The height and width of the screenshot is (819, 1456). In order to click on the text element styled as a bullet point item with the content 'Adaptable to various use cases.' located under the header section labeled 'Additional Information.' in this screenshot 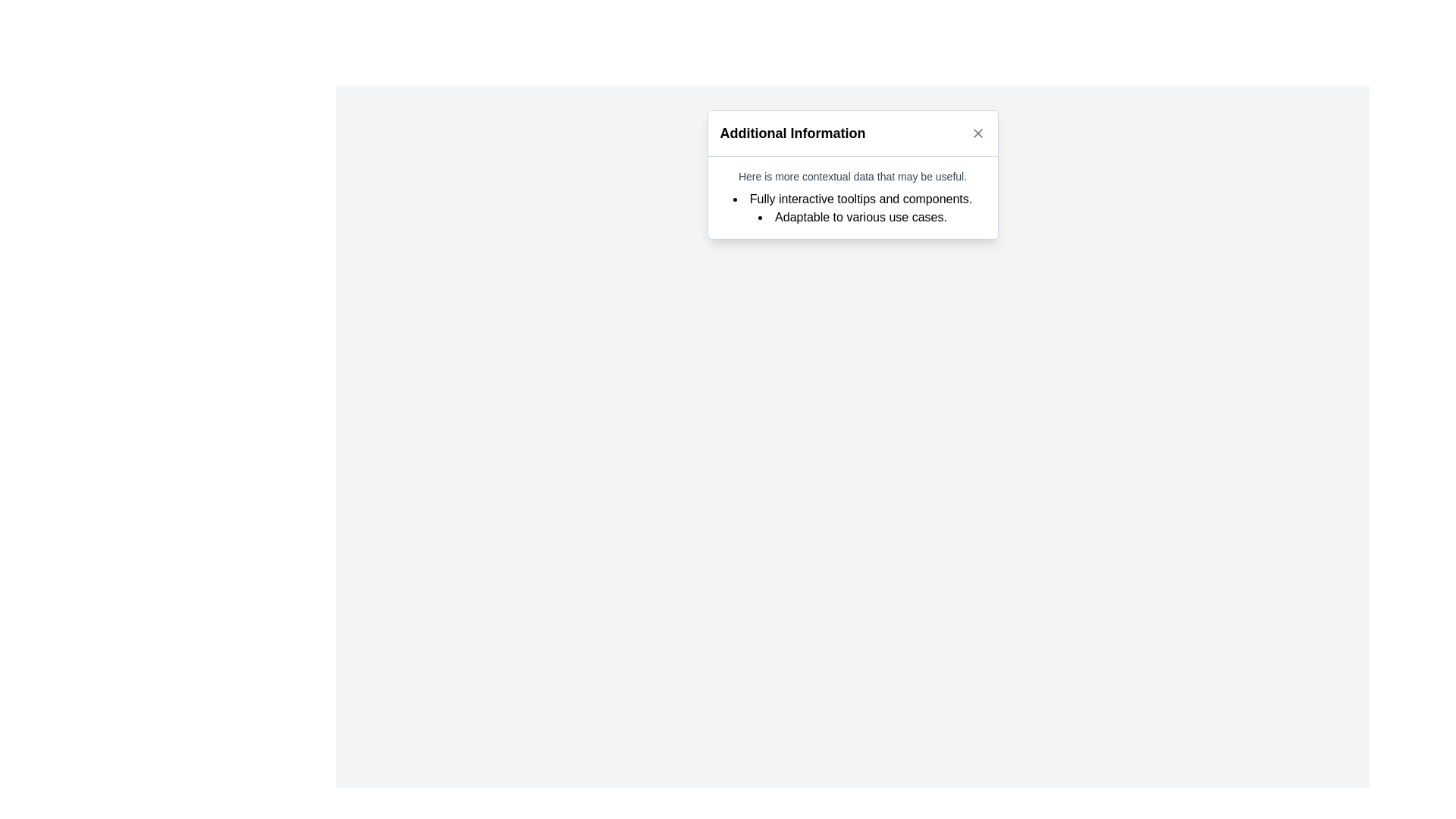, I will do `click(852, 217)`.